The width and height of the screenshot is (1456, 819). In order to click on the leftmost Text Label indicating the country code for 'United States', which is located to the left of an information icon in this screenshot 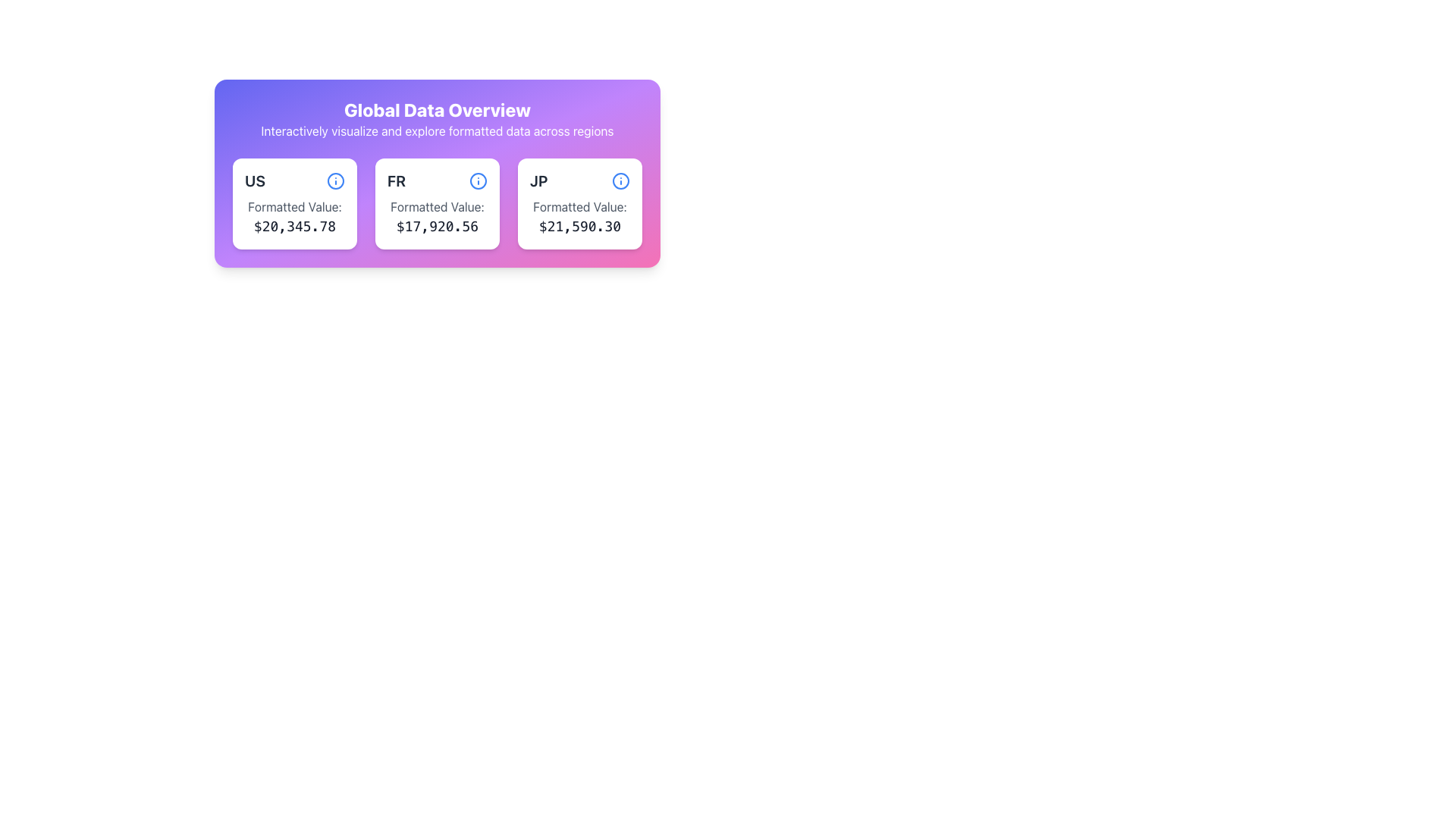, I will do `click(255, 180)`.